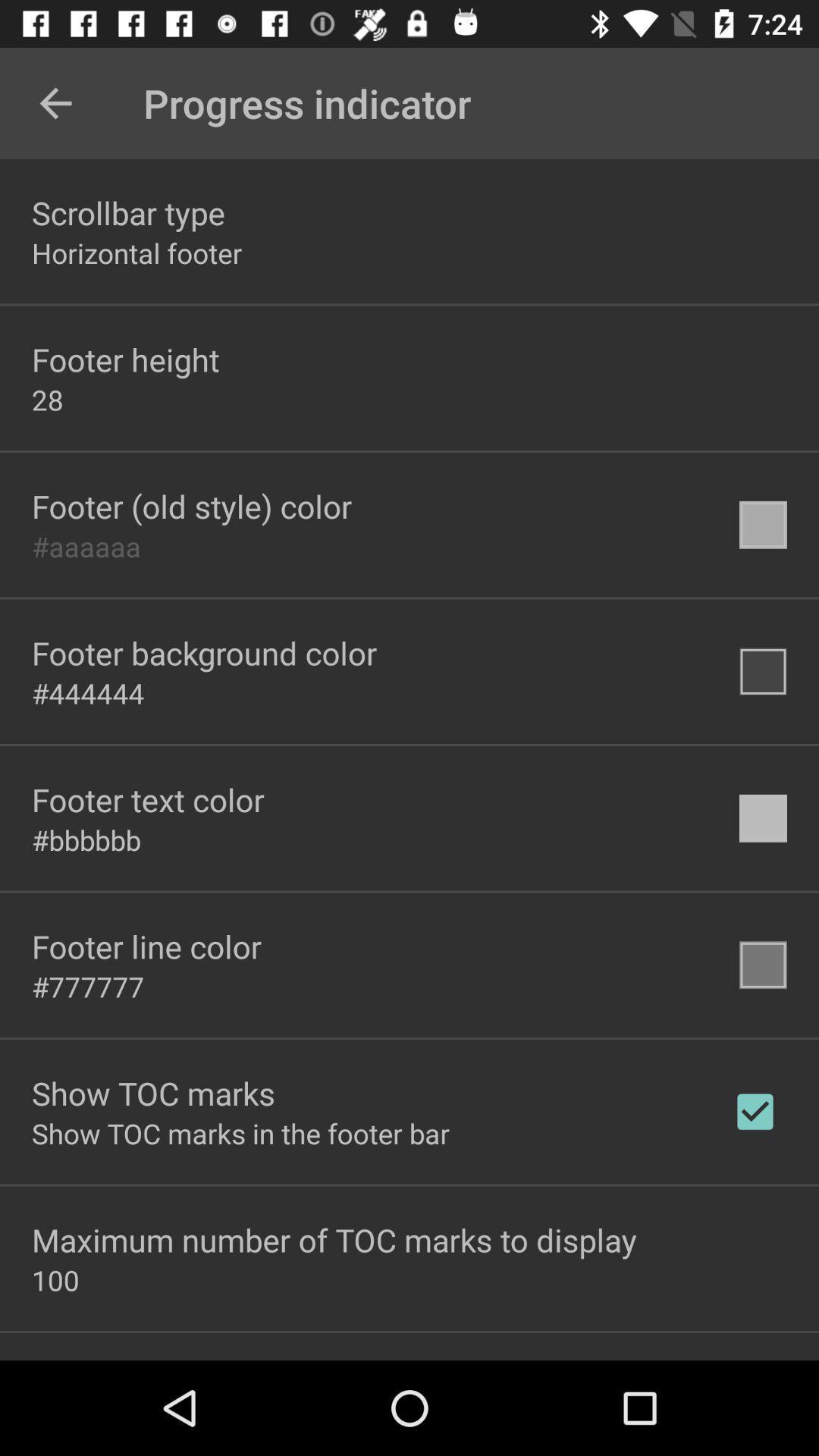 This screenshot has width=819, height=1456. I want to click on #444444 icon, so click(88, 692).